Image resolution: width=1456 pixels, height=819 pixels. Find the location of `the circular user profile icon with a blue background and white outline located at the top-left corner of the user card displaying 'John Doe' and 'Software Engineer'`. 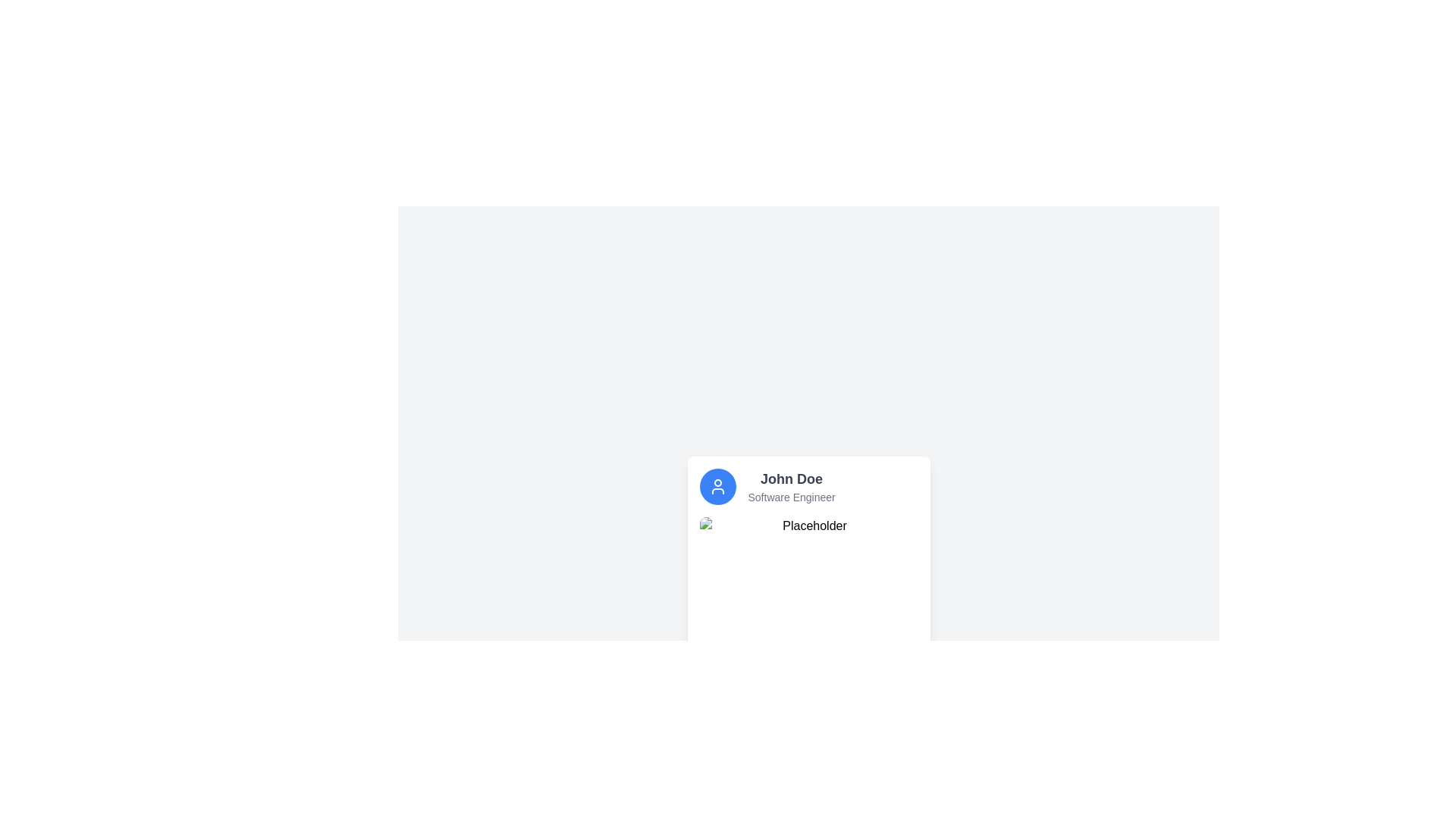

the circular user profile icon with a blue background and white outline located at the top-left corner of the user card displaying 'John Doe' and 'Software Engineer' is located at coordinates (717, 486).